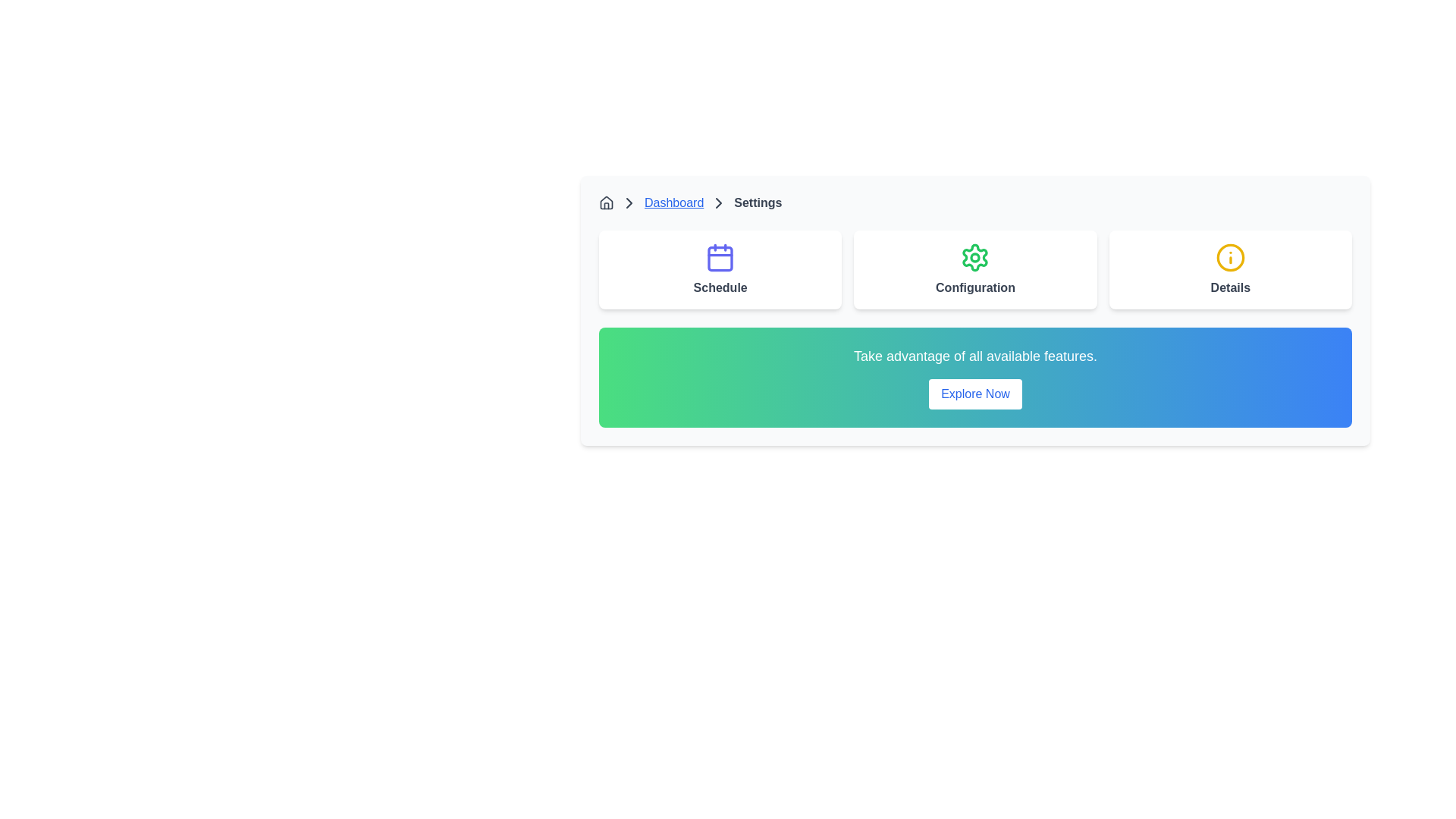 The image size is (1456, 819). What do you see at coordinates (720, 258) in the screenshot?
I see `the blank SVG rectangle with rounded corners located centrally within the calendar icon in the 'Schedule' section` at bounding box center [720, 258].